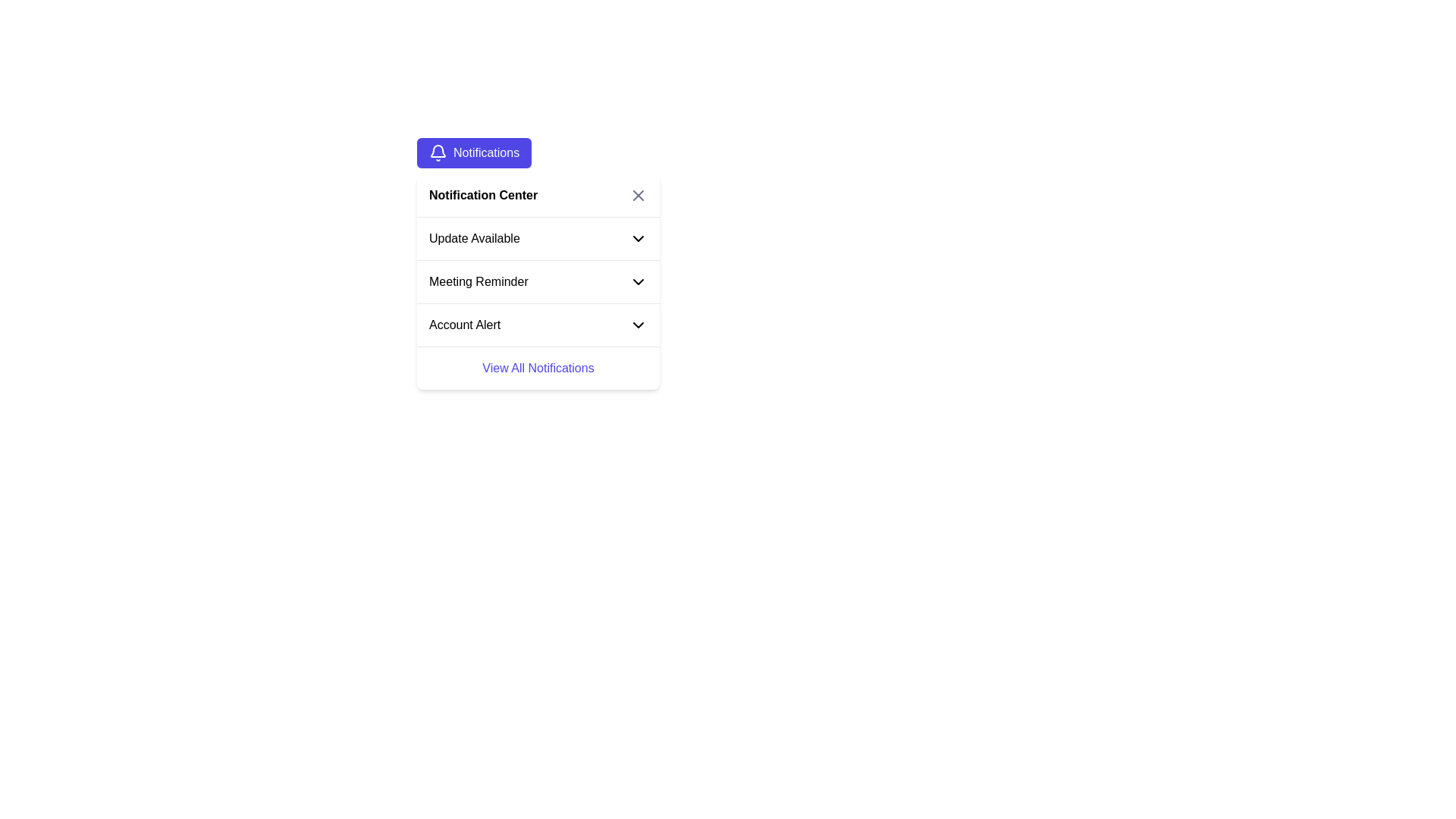  What do you see at coordinates (473, 239) in the screenshot?
I see `the 'Update Available' text label that is part of the first notification item, located between the 'Notification Center' heading and the 'Meeting Reminder' notification item` at bounding box center [473, 239].